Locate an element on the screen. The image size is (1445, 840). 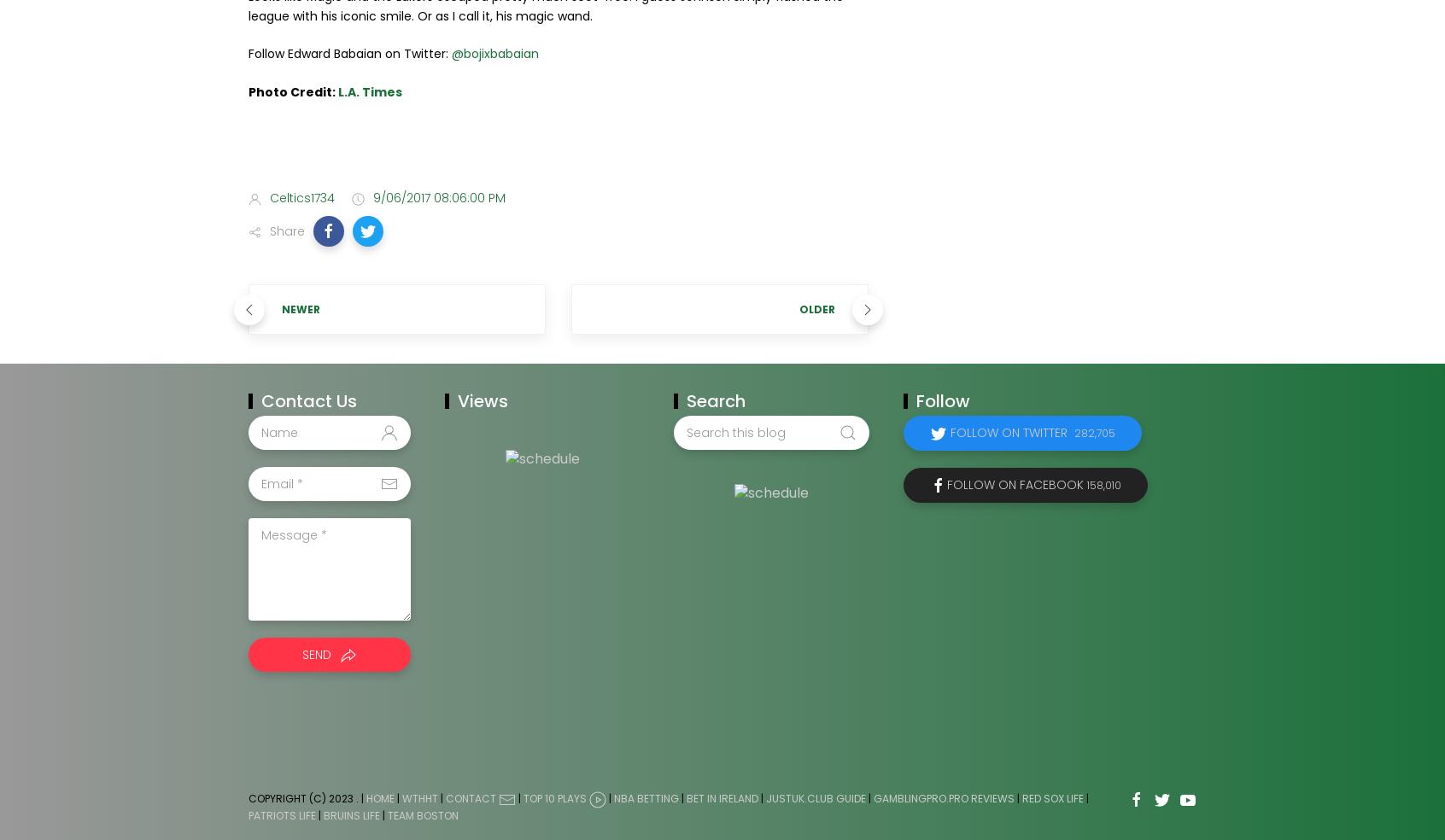
'Follow Edward Babaian on Twitter:' is located at coordinates (349, 52).